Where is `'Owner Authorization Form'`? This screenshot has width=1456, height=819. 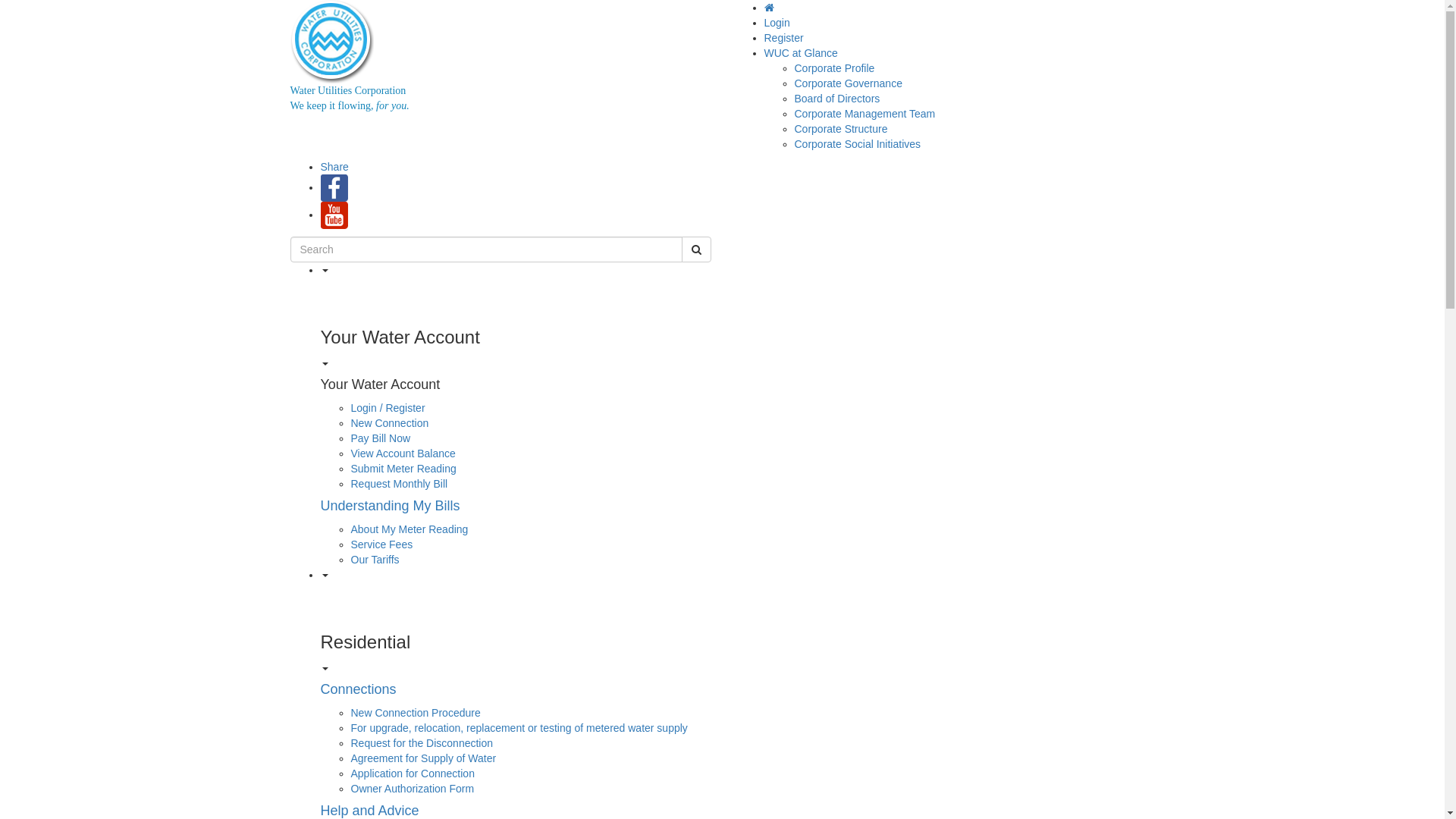
'Owner Authorization Form' is located at coordinates (349, 788).